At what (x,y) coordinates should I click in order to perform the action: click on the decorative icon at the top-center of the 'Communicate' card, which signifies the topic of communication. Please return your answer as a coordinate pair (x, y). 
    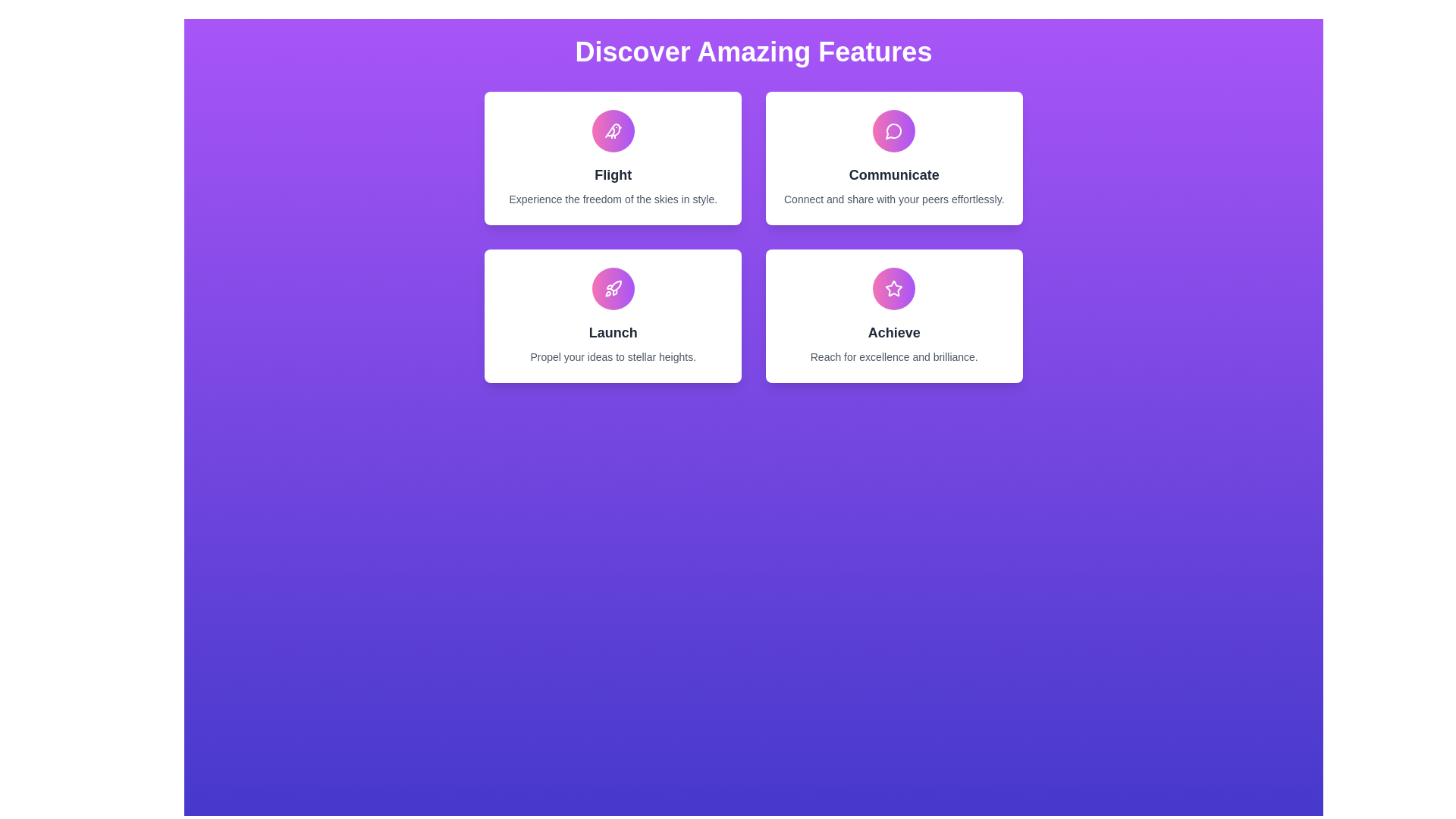
    Looking at the image, I should click on (894, 130).